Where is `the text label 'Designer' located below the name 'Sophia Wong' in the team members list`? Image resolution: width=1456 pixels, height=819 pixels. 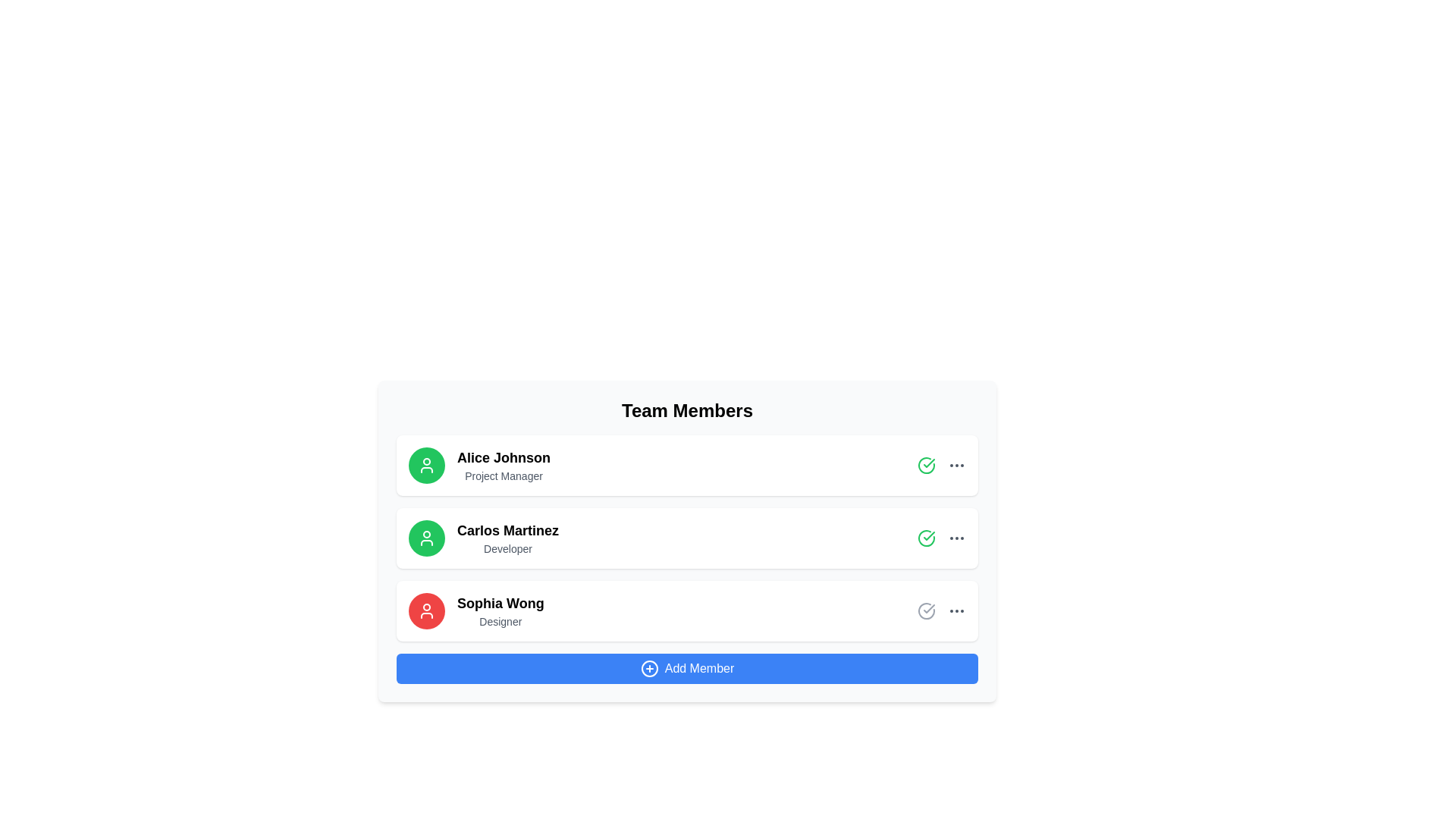 the text label 'Designer' located below the name 'Sophia Wong' in the team members list is located at coordinates (500, 622).